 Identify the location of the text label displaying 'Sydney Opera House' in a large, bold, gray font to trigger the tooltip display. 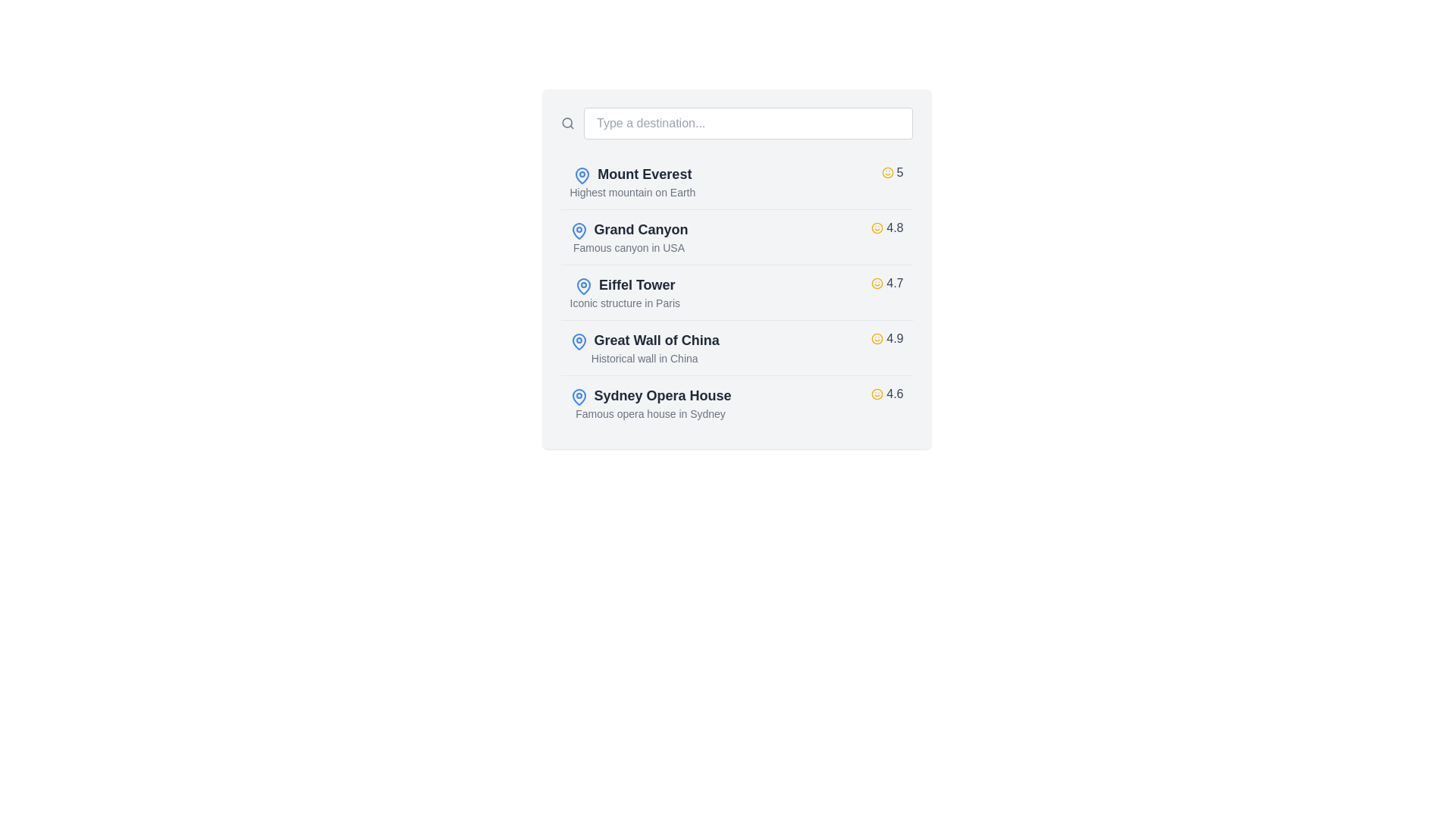
(662, 394).